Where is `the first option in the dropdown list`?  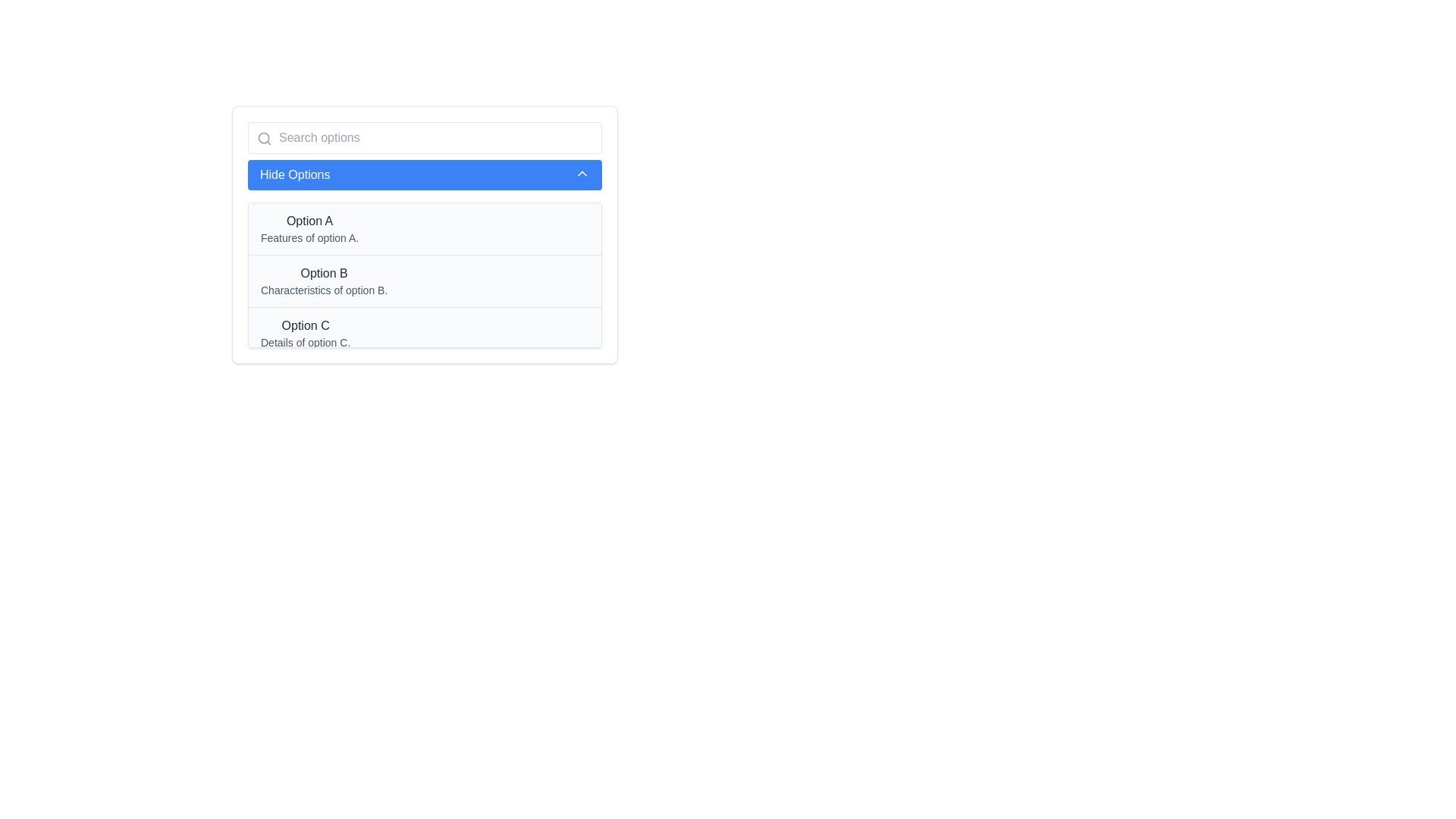
the first option in the dropdown list is located at coordinates (425, 228).